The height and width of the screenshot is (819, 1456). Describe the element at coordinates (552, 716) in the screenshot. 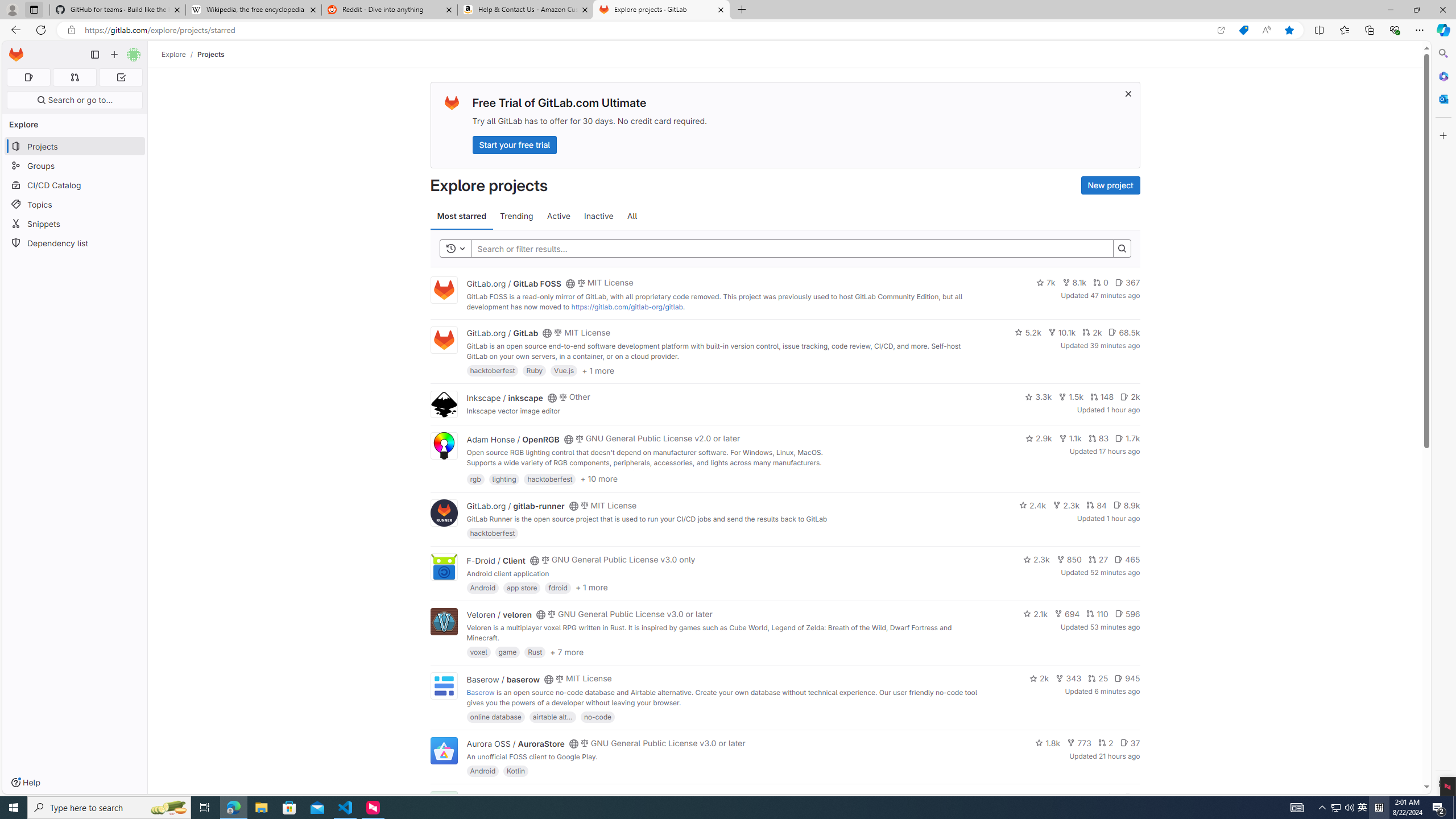

I see `'airtable alt...'` at that location.